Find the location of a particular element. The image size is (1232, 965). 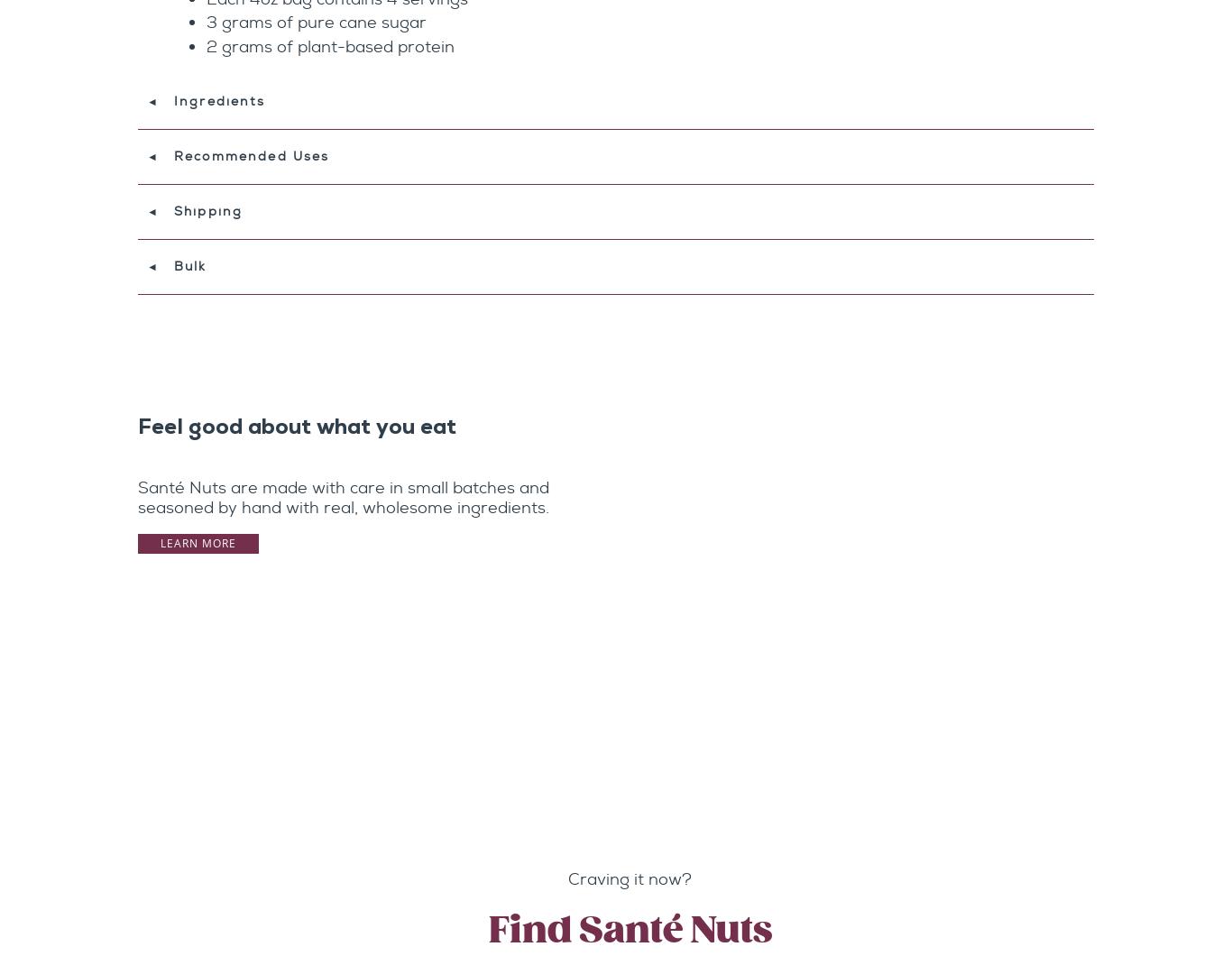

'Craving it now?' is located at coordinates (566, 878).